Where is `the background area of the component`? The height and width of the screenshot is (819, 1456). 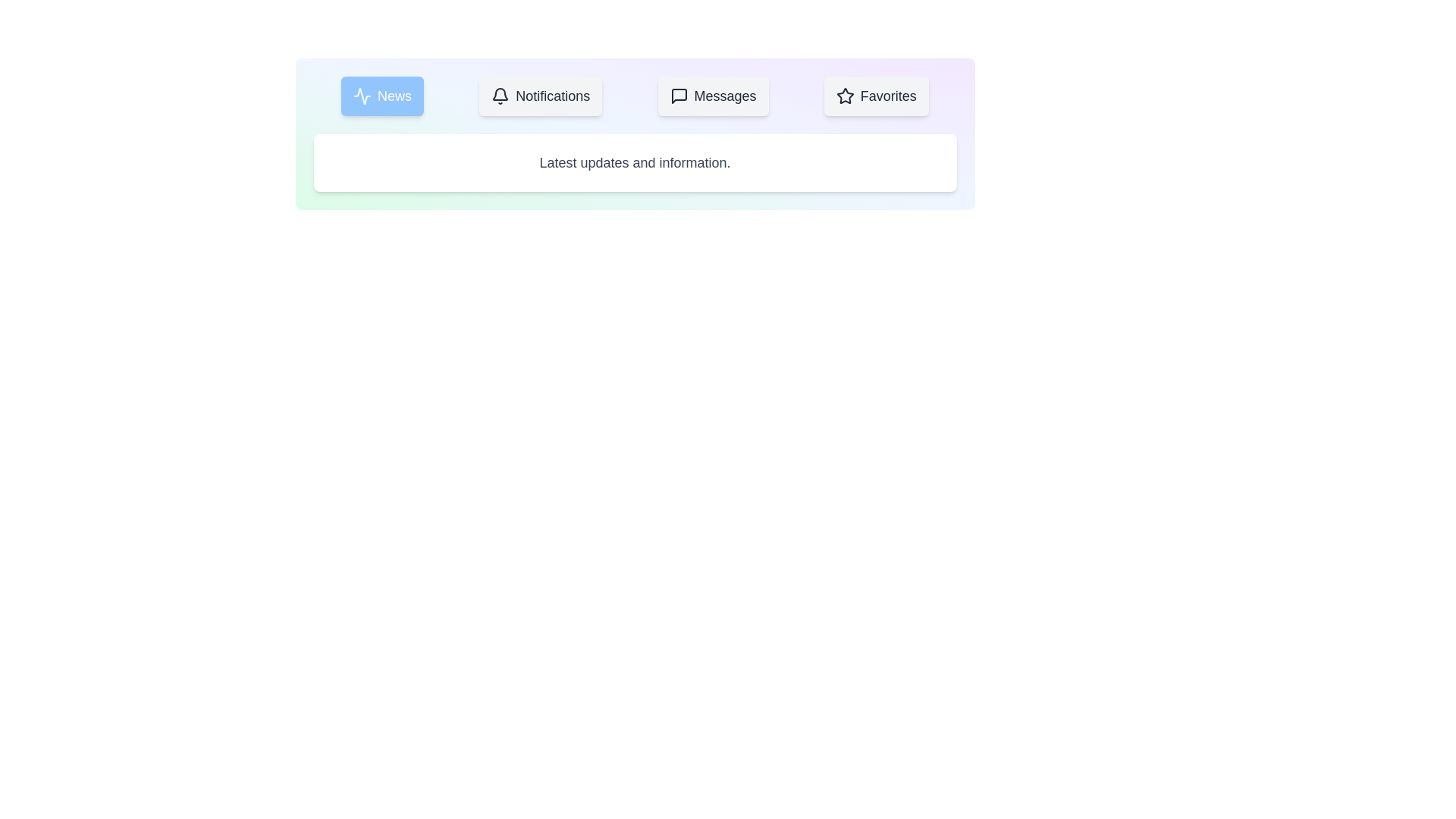
the background area of the component is located at coordinates (582, 378).